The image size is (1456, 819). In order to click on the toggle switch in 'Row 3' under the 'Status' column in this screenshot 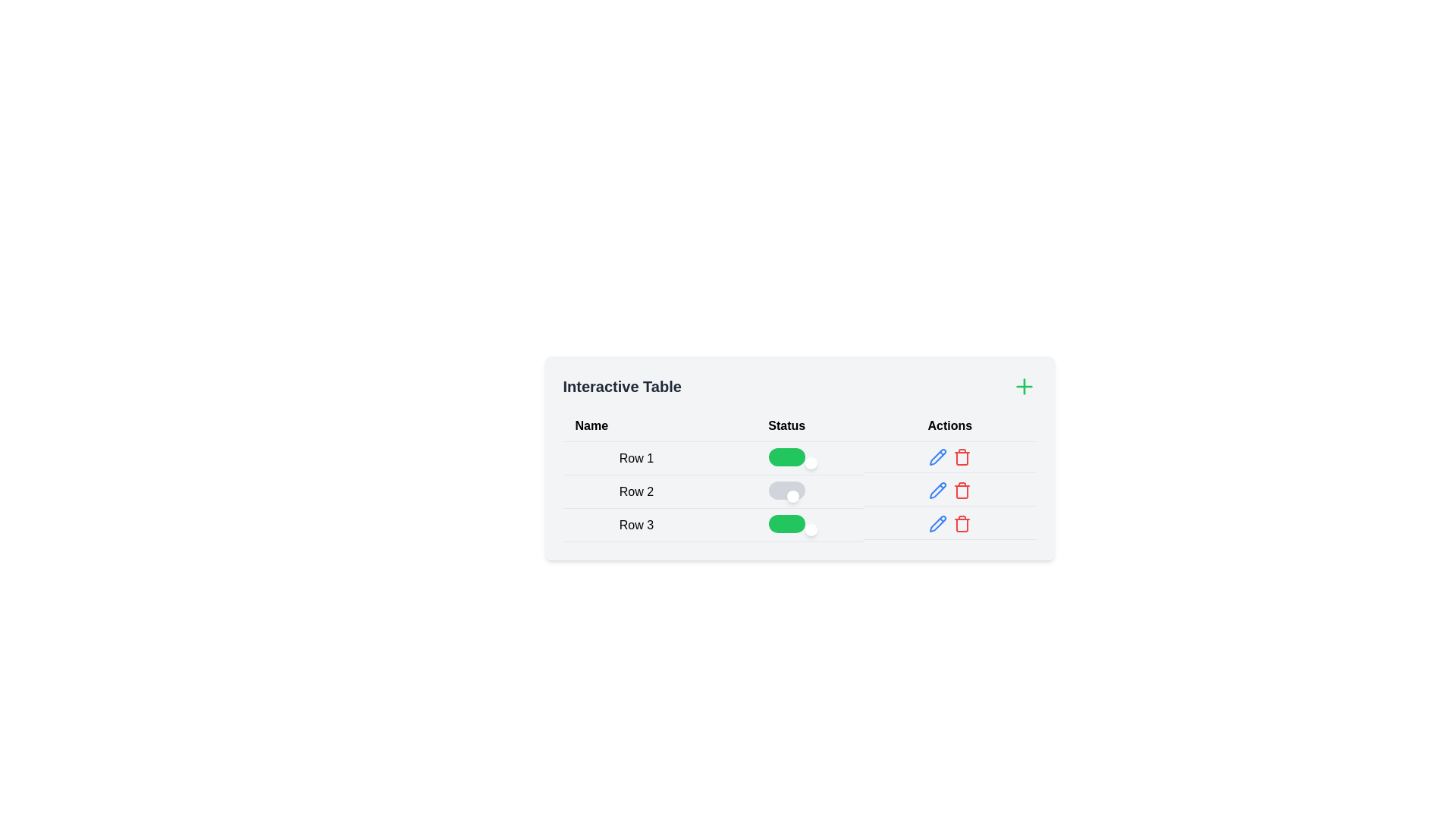, I will do `click(786, 522)`.